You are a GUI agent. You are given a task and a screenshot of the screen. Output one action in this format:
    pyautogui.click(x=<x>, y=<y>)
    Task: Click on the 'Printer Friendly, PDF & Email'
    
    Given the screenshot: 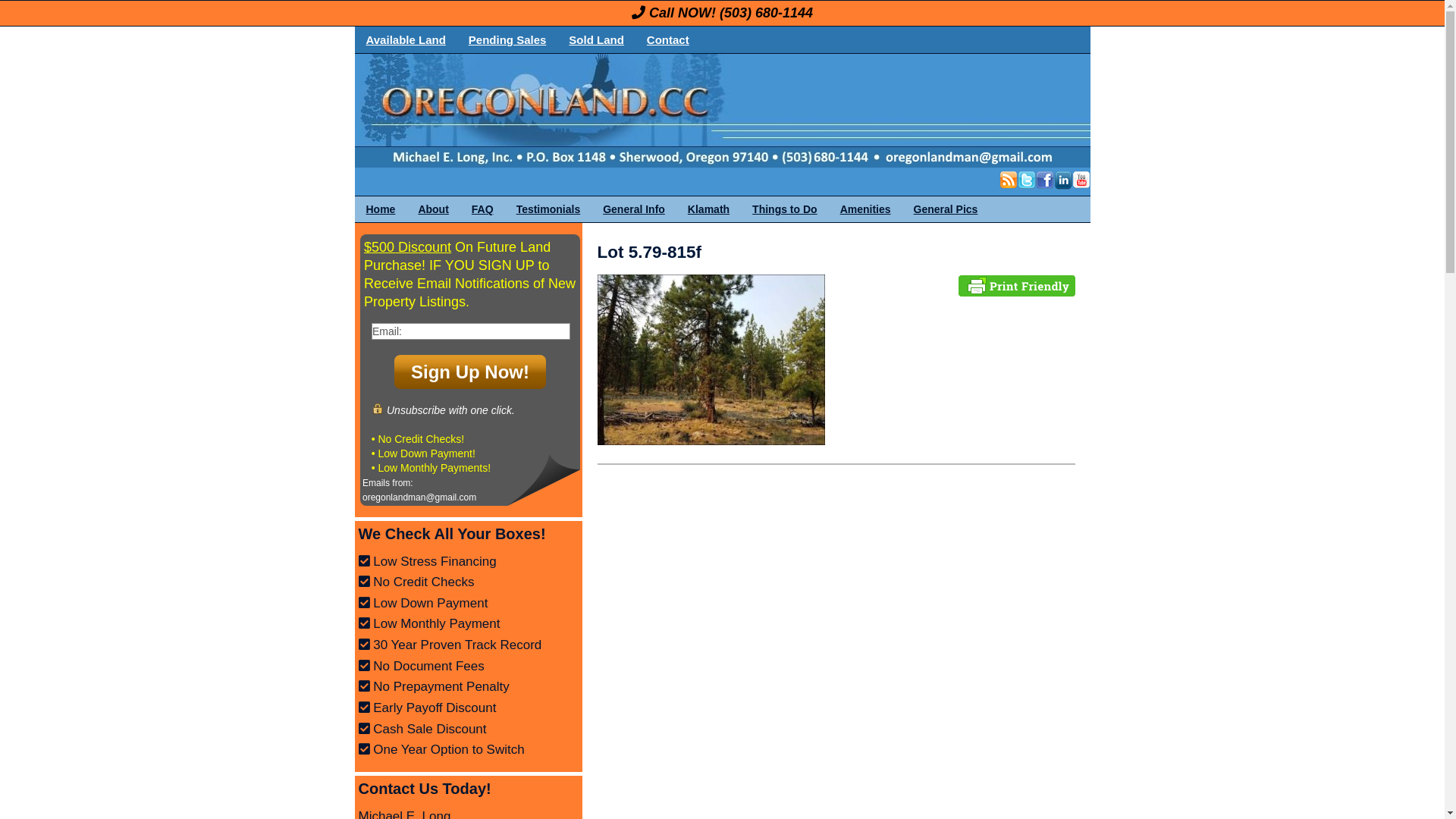 What is the action you would take?
    pyautogui.click(x=1016, y=284)
    